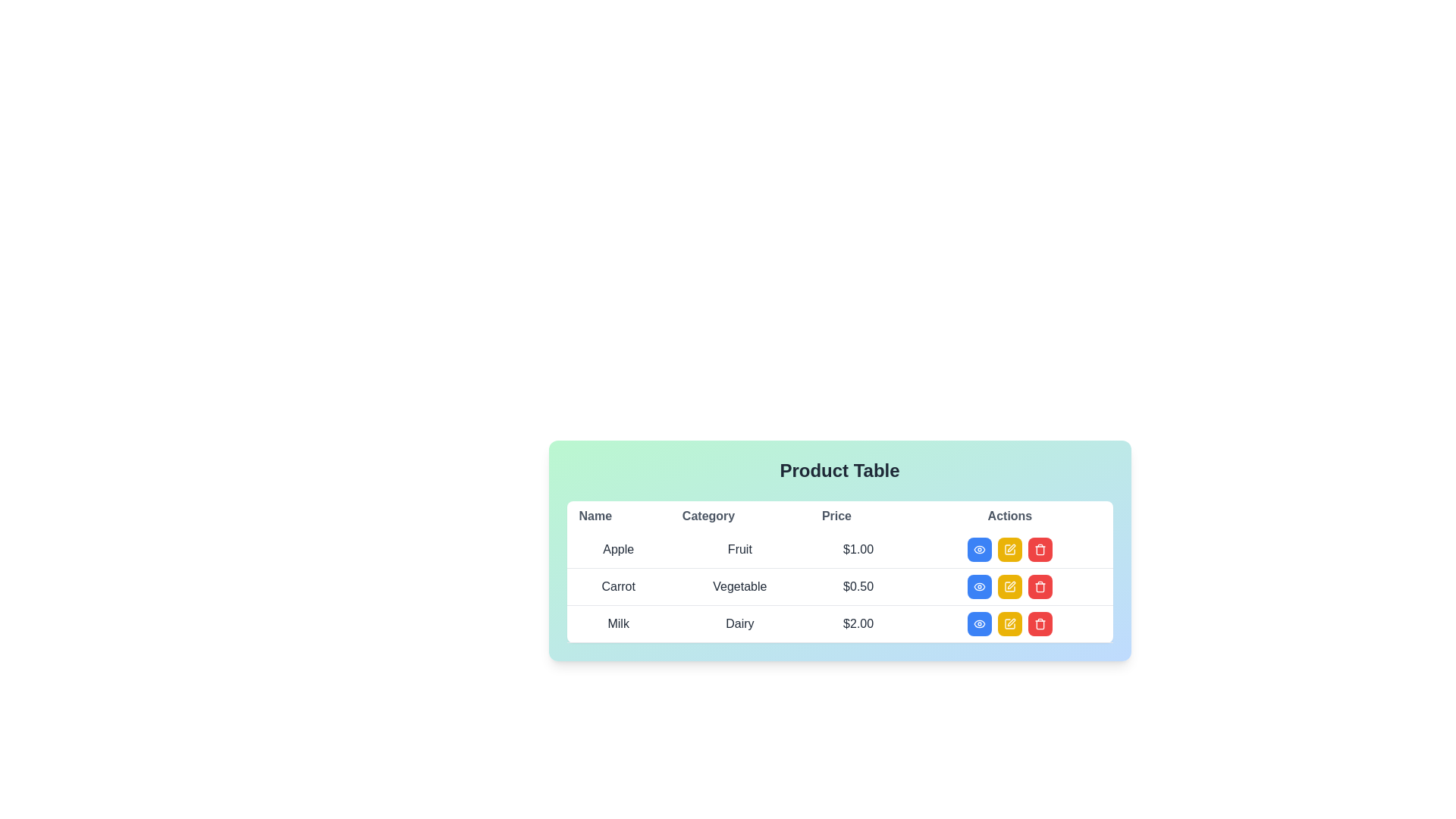  What do you see at coordinates (1039, 550) in the screenshot?
I see `the delete button, which is the third button in the action buttons column of the third row in the table` at bounding box center [1039, 550].